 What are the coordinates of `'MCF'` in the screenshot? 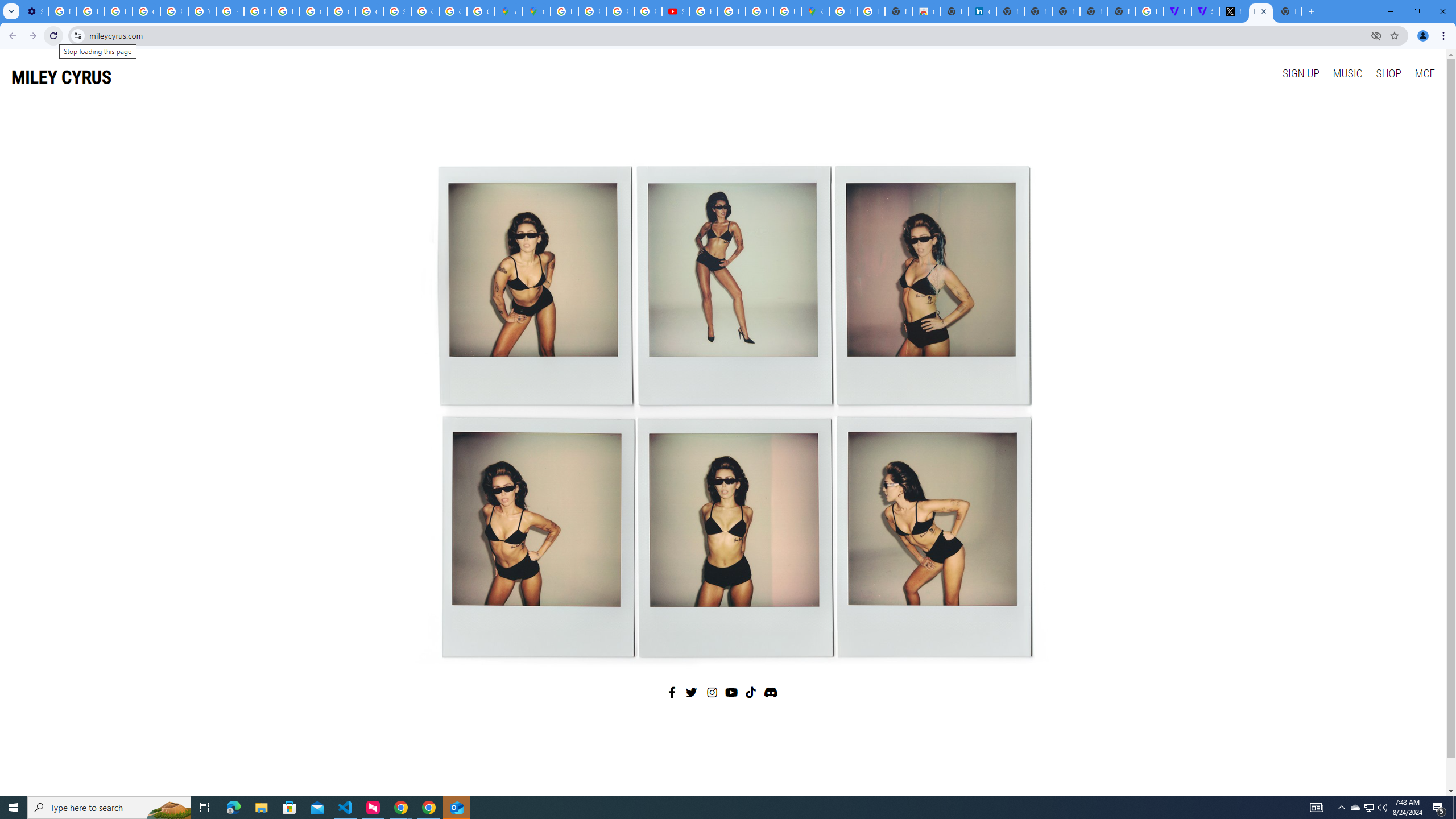 It's located at (1424, 72).